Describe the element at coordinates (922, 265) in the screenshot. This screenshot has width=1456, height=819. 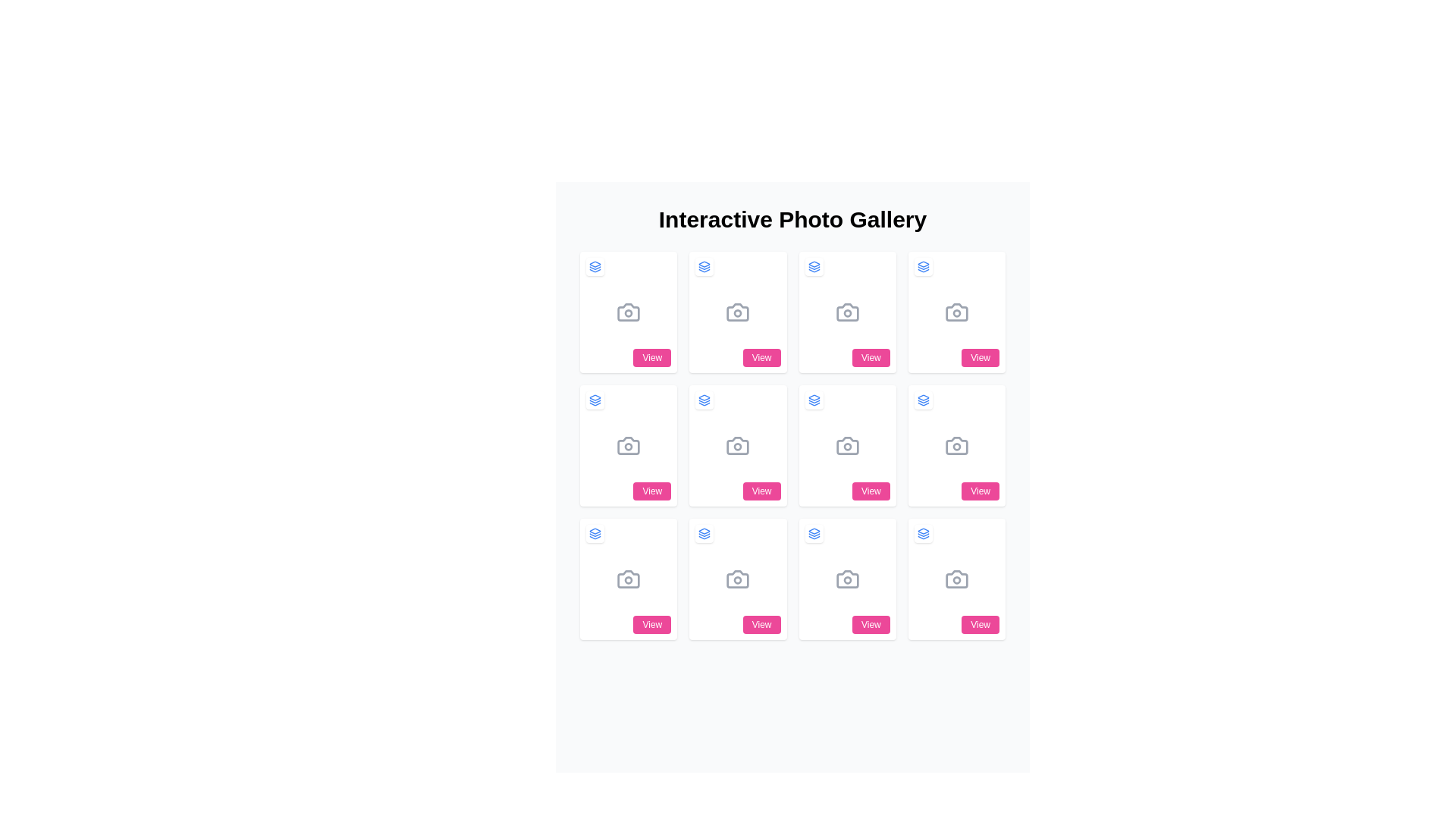
I see `the layer icon located in the top row and fourth column of the grid layout, which serves as an identifier or label` at that location.